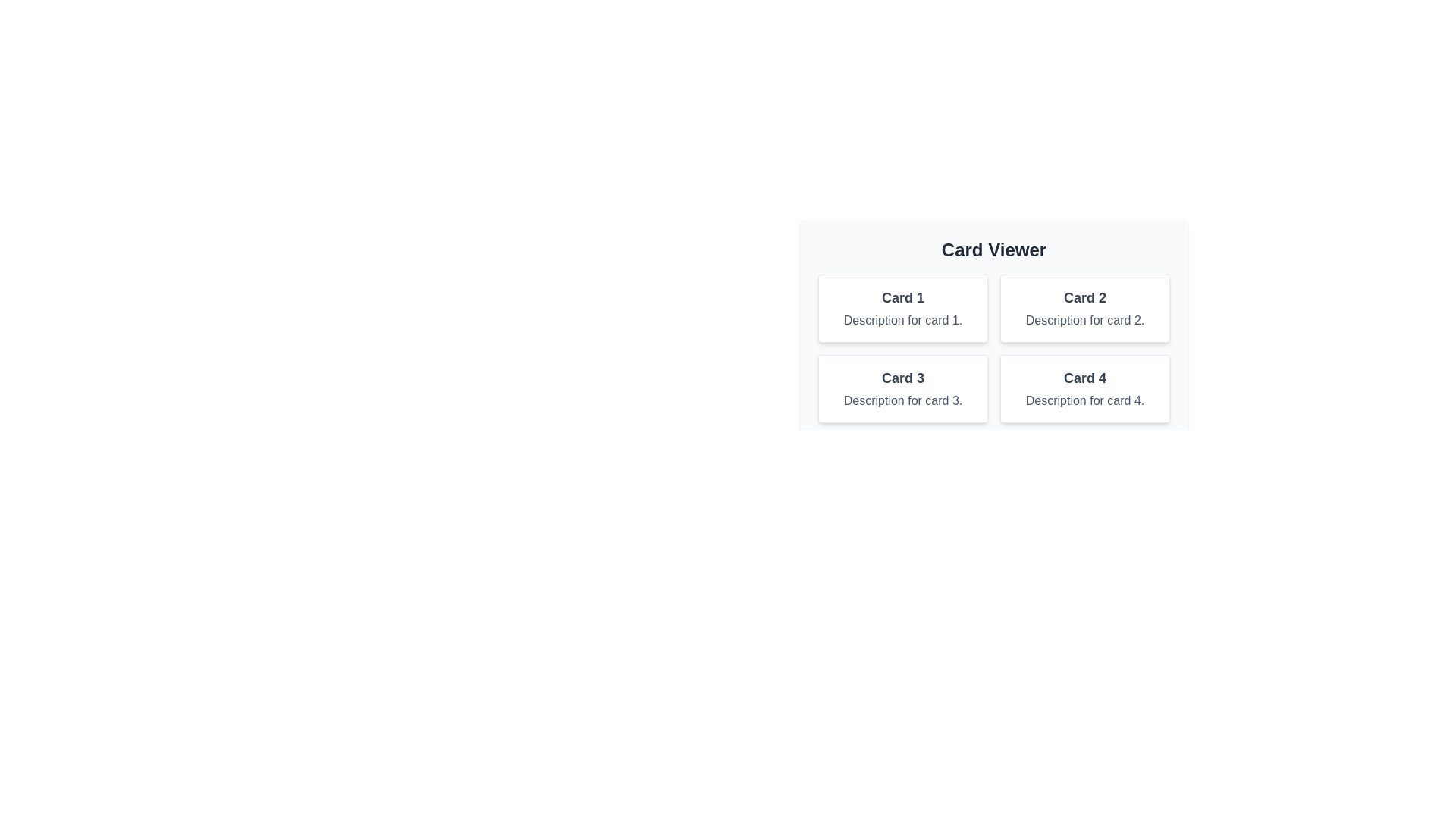  Describe the element at coordinates (902, 308) in the screenshot. I see `content displayed on the Card component located at the top-left corner of the grid layout` at that location.